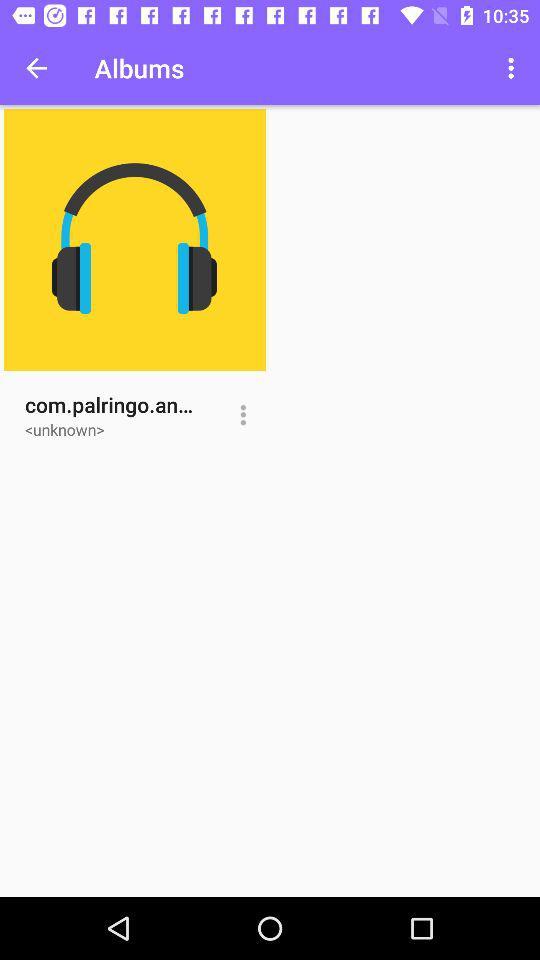 This screenshot has width=540, height=960. What do you see at coordinates (243, 414) in the screenshot?
I see `item to the right of com.palringo.android icon` at bounding box center [243, 414].